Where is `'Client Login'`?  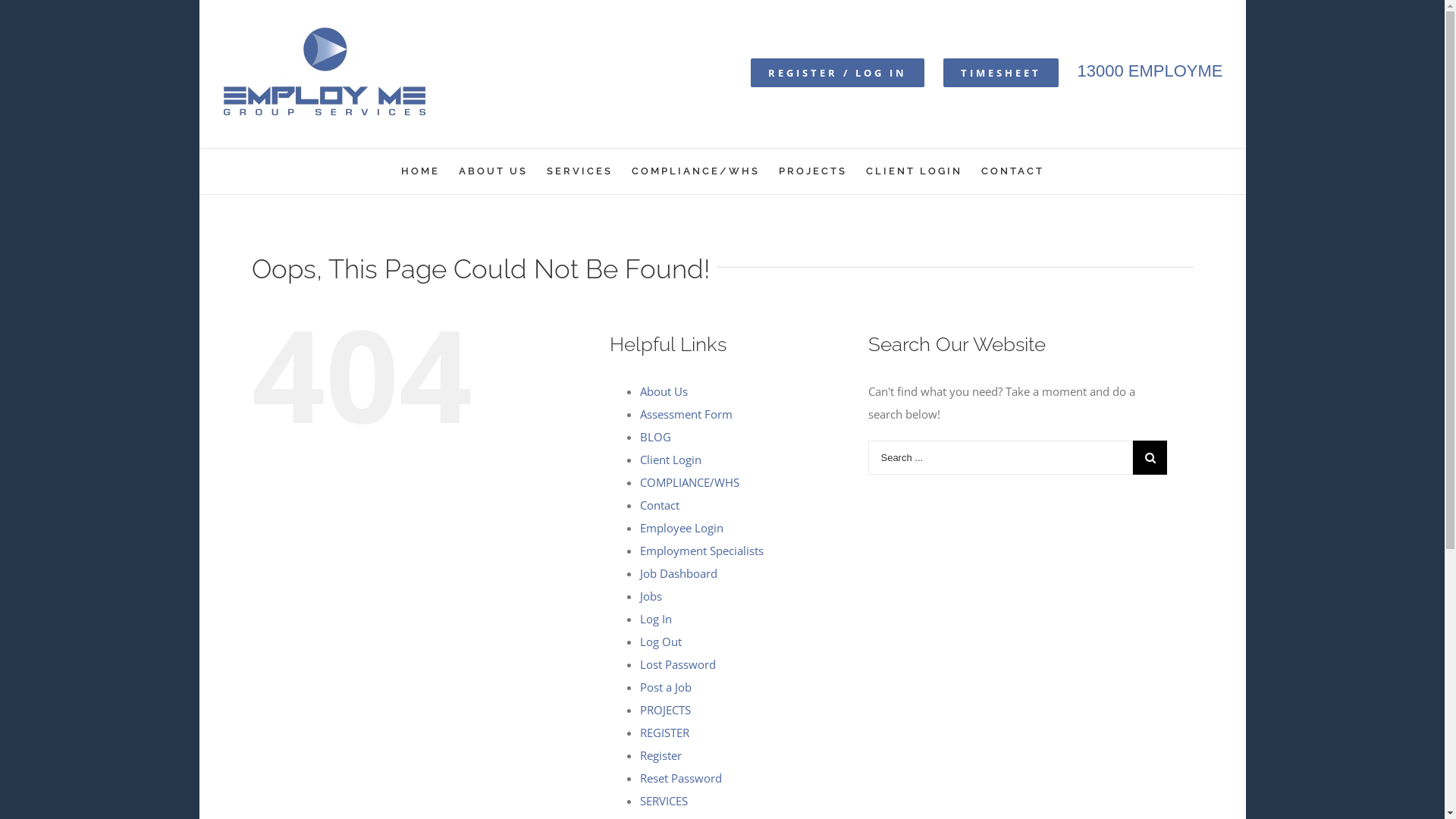
'Client Login' is located at coordinates (640, 458).